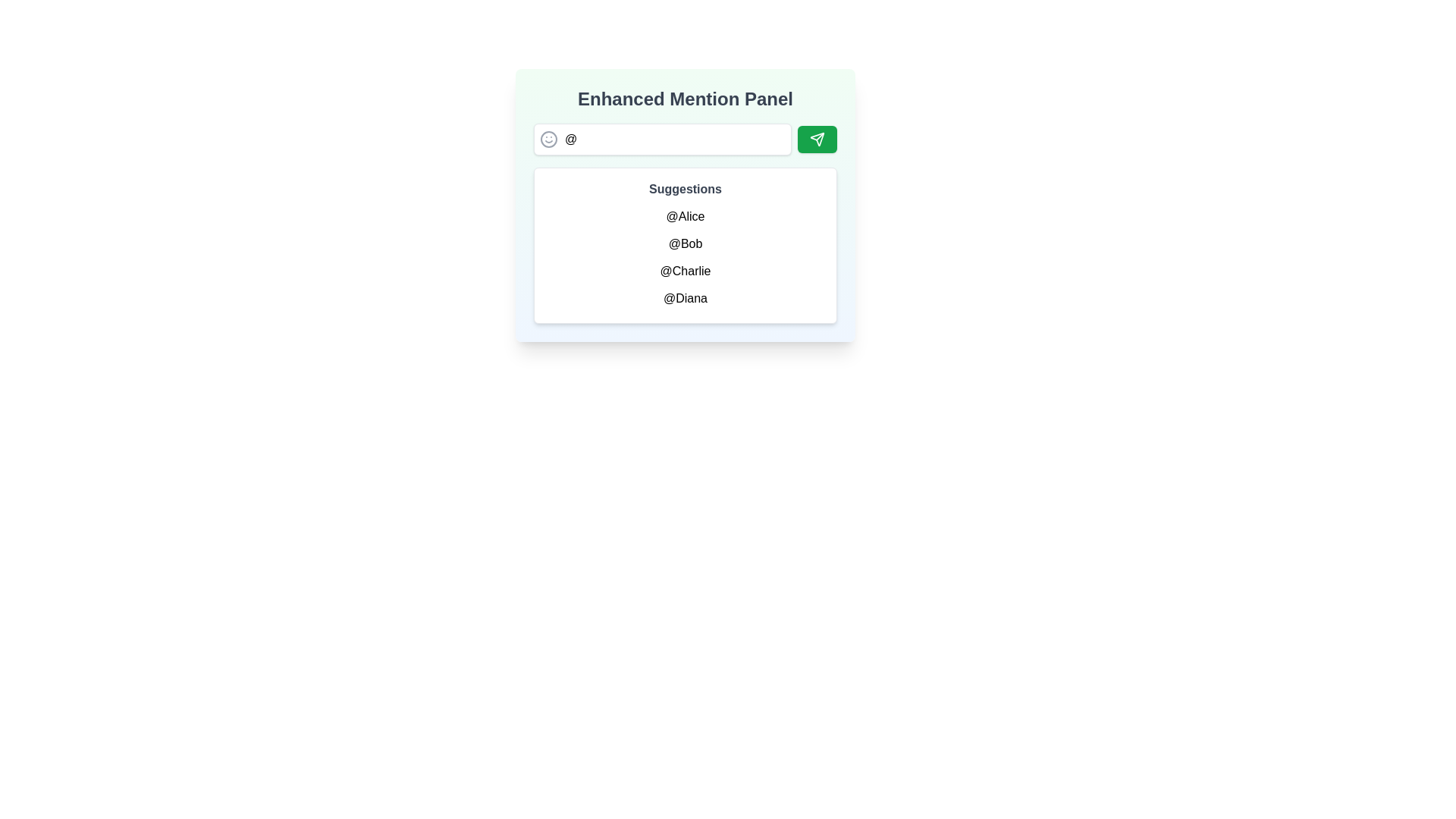  What do you see at coordinates (684, 205) in the screenshot?
I see `a suggestion in the 'Enhanced Mention Panel'` at bounding box center [684, 205].